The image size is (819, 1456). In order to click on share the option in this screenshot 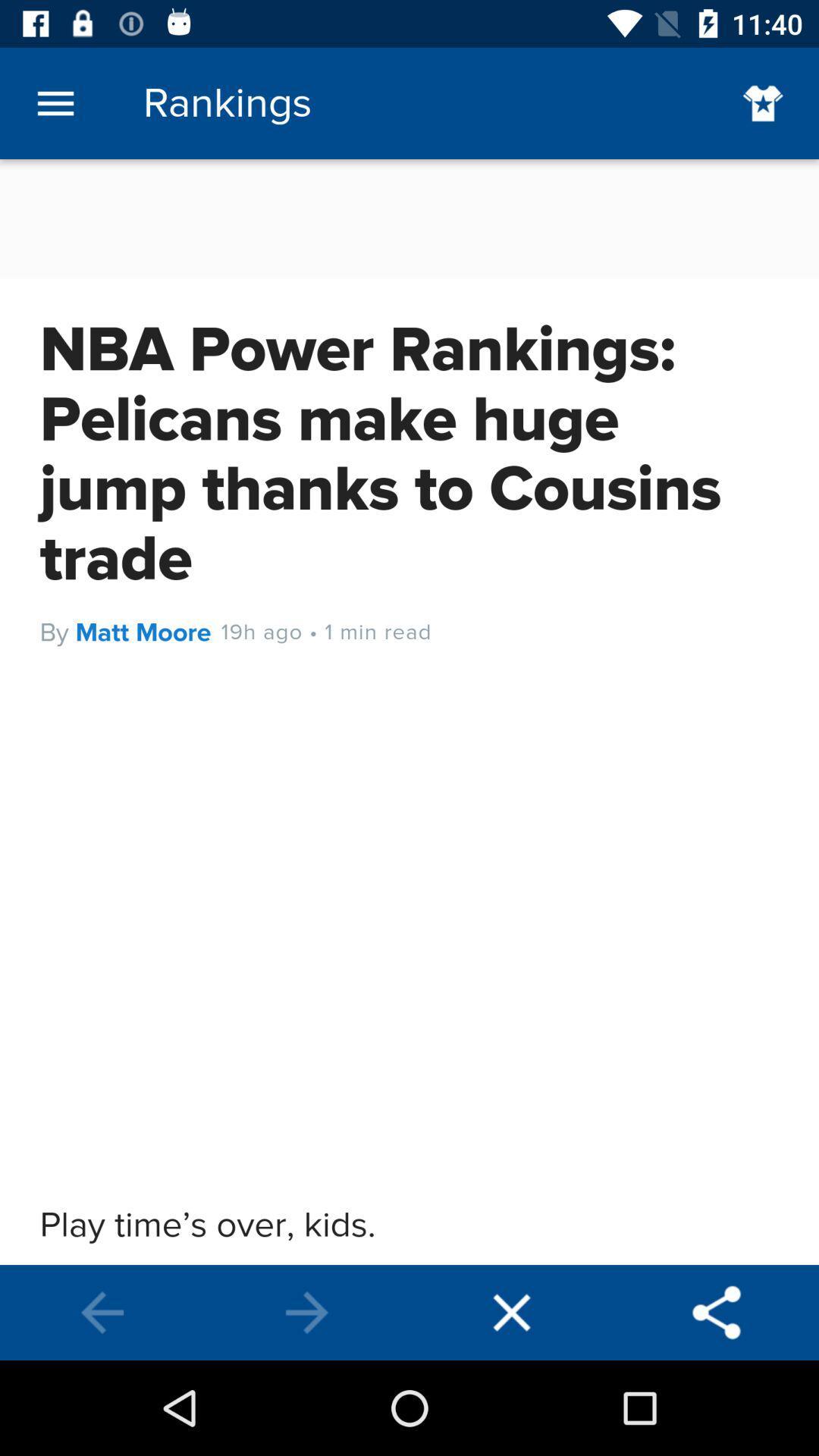, I will do `click(717, 1312)`.